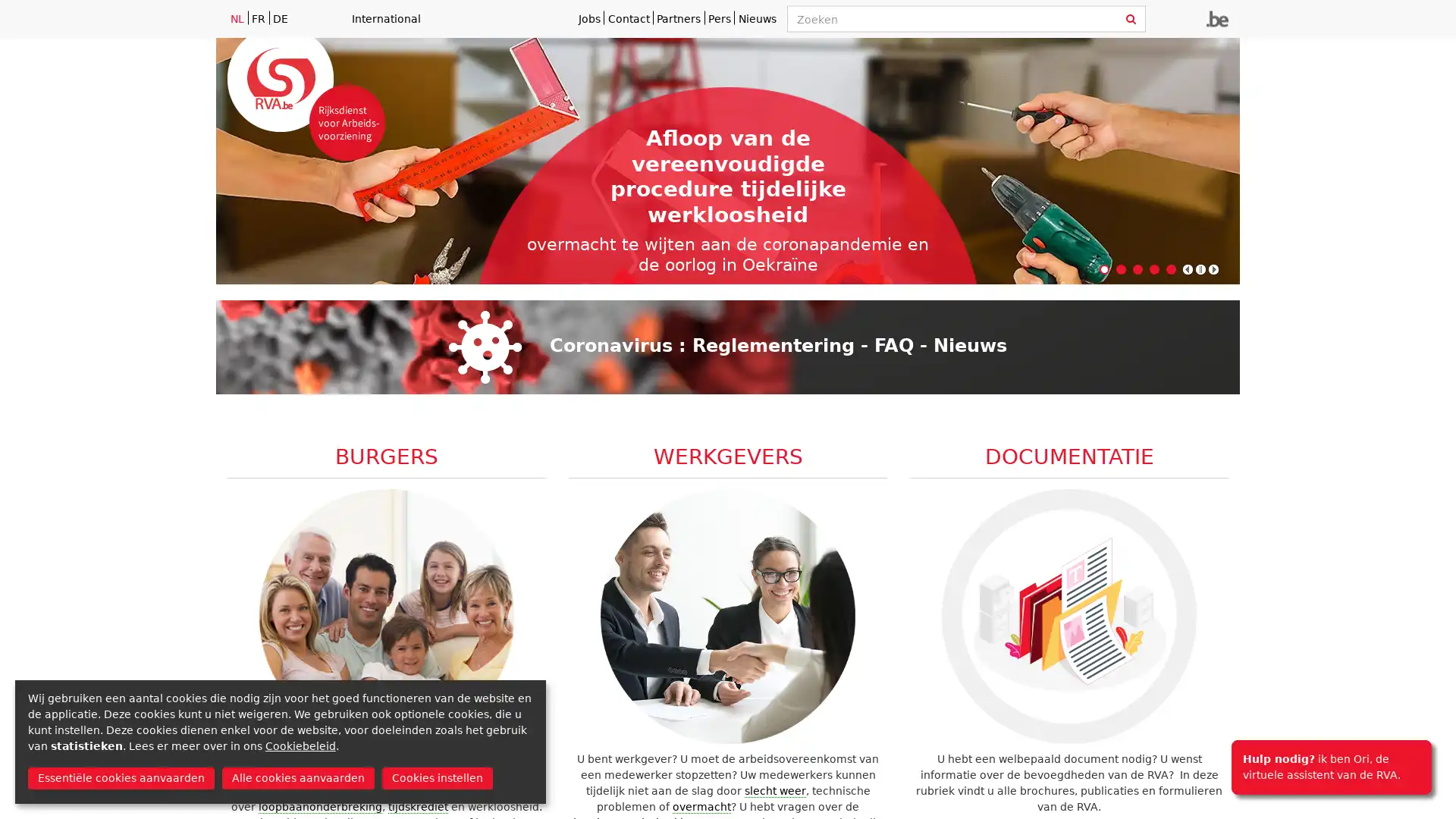 This screenshot has height=819, width=1456. Describe the element at coordinates (297, 778) in the screenshot. I see `Alle cookies aanvaarden` at that location.